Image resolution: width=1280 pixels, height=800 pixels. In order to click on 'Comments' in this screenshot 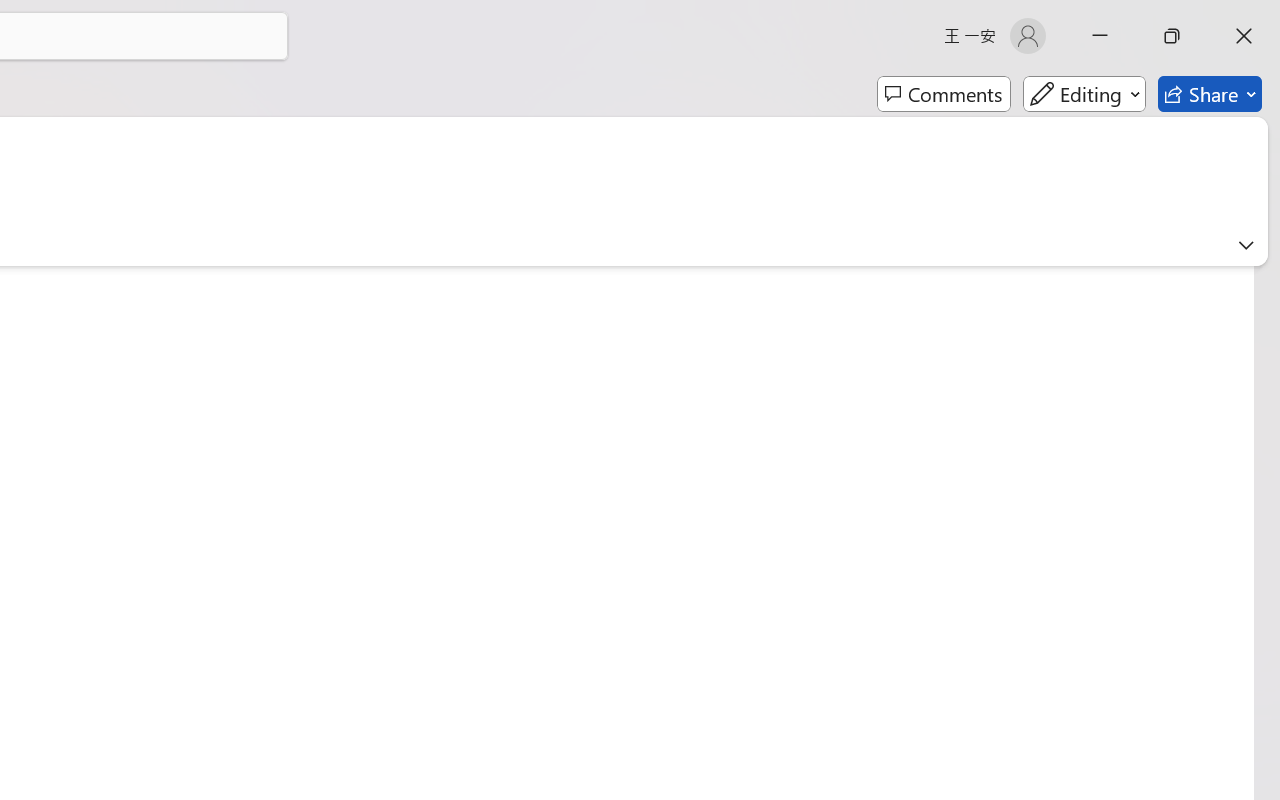, I will do `click(943, 94)`.